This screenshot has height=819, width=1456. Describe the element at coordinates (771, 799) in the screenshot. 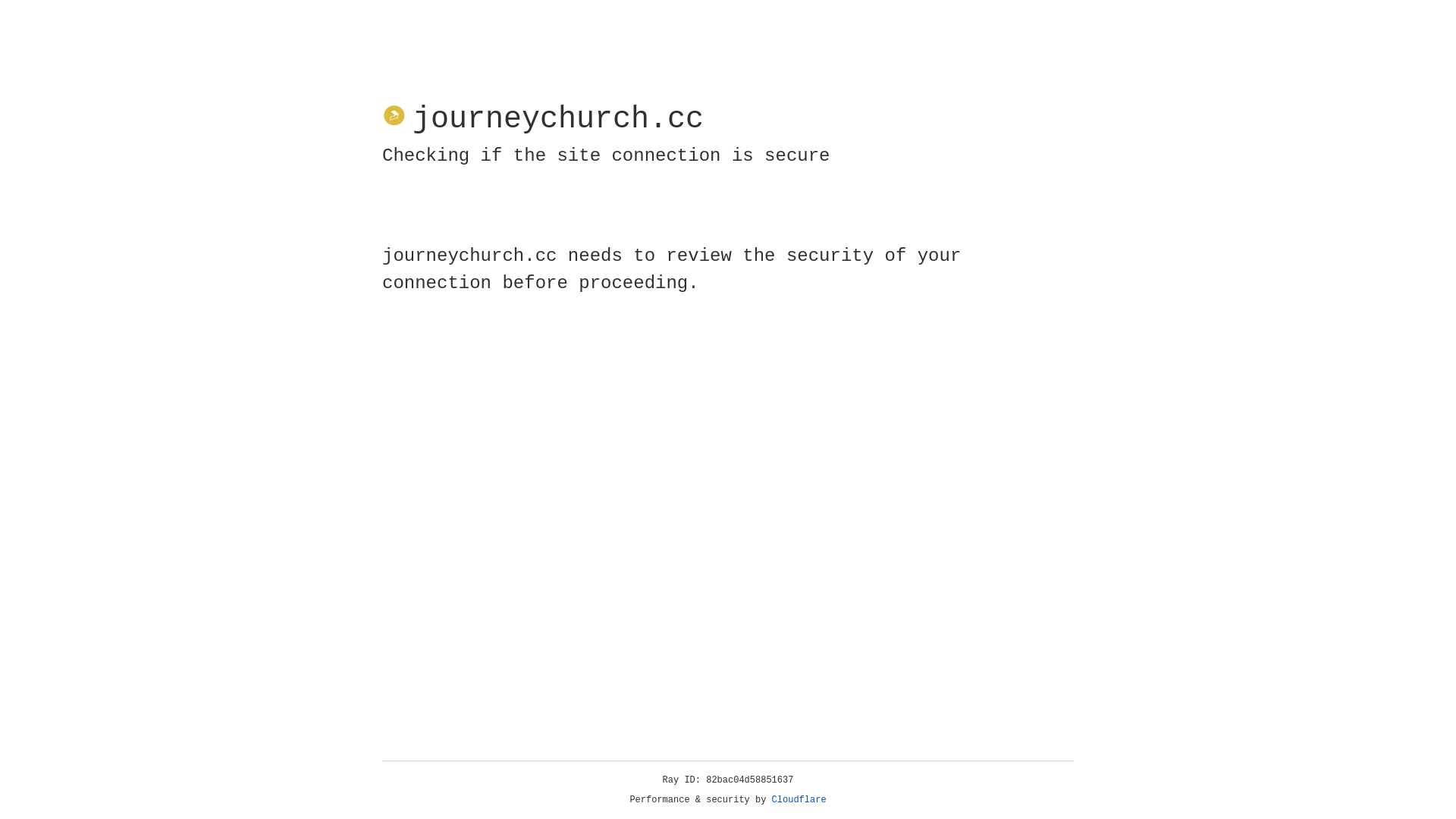

I see `'Cloudflare'` at that location.